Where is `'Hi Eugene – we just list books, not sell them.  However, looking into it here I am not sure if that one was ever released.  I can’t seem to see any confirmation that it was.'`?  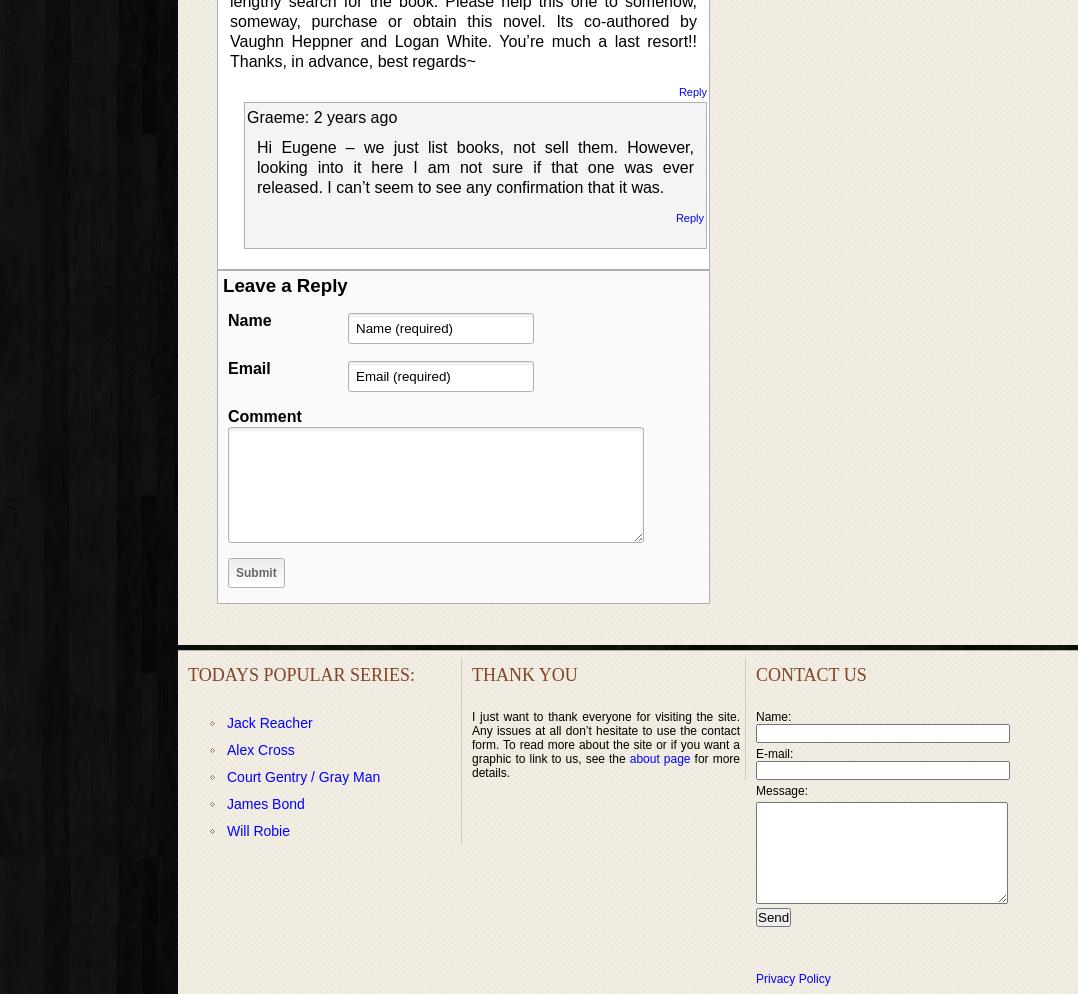
'Hi Eugene – we just list books, not sell them.  However, looking into it here I am not sure if that one was ever released.  I can’t seem to see any confirmation that it was.' is located at coordinates (474, 167).